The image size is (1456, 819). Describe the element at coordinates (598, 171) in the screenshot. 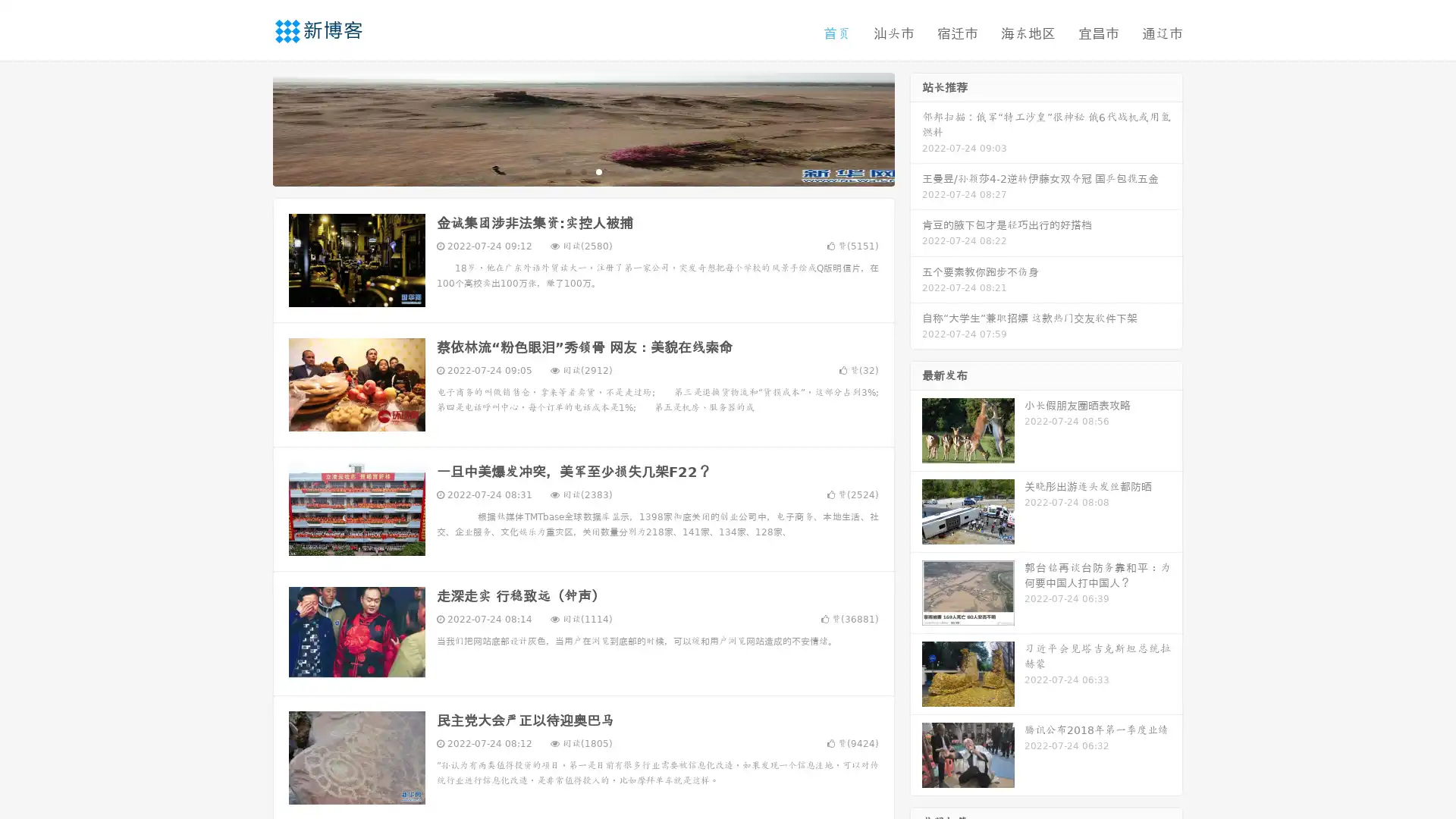

I see `Go to slide 3` at that location.